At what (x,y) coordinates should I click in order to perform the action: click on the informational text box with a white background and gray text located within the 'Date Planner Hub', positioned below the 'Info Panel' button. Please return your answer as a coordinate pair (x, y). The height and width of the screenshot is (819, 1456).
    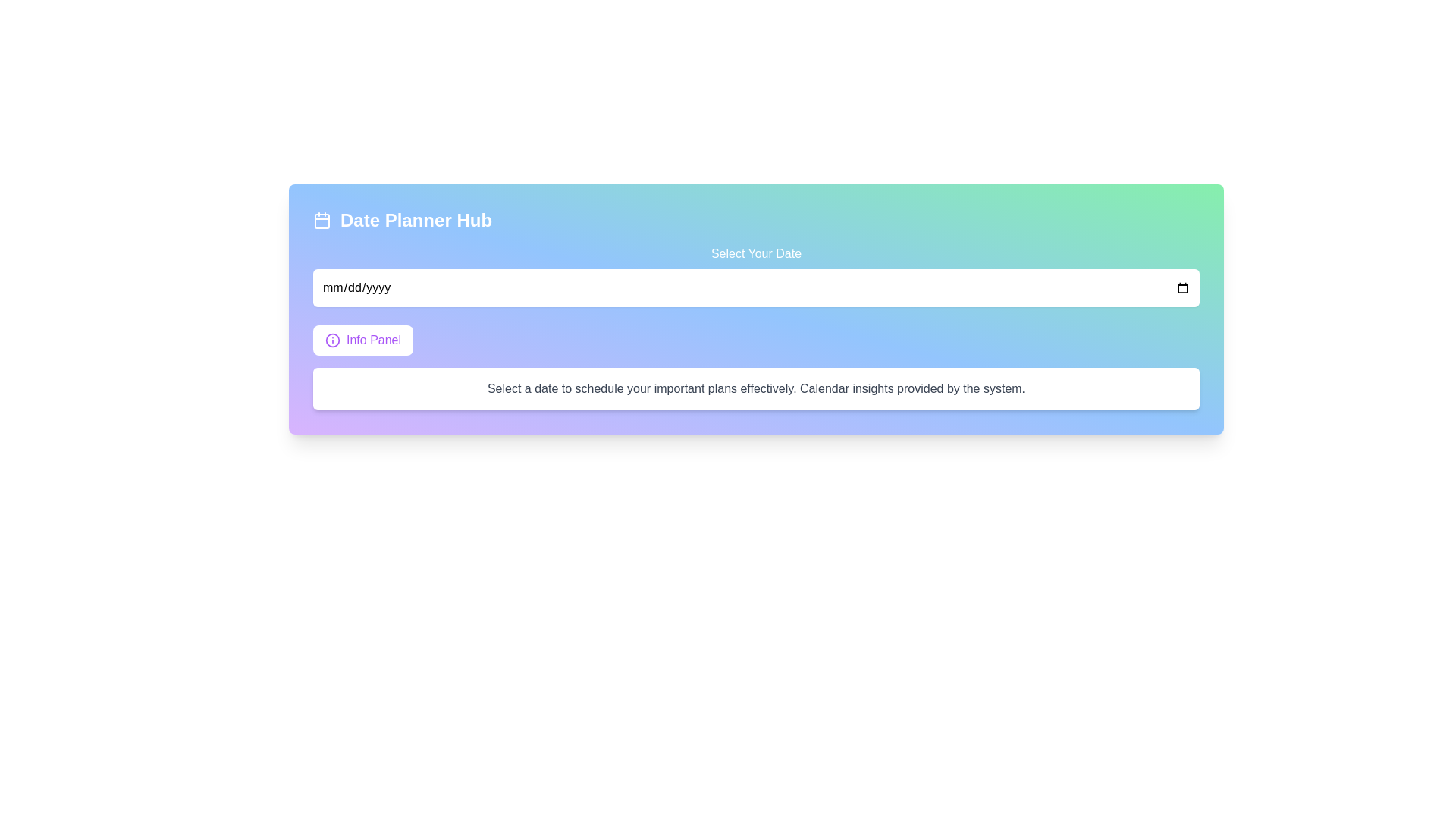
    Looking at the image, I should click on (756, 388).